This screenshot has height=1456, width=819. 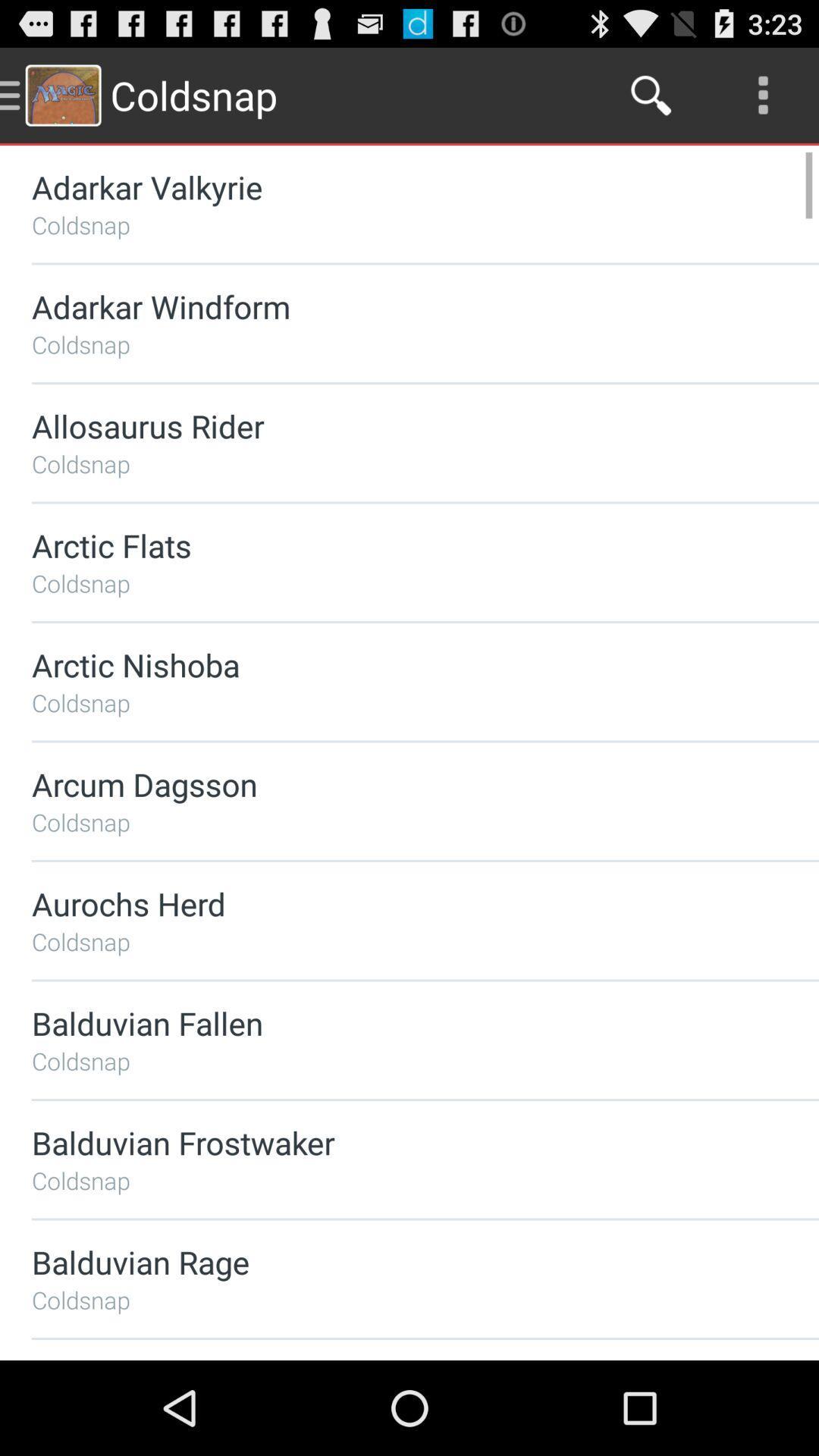 What do you see at coordinates (384, 664) in the screenshot?
I see `icon above coldsnap item` at bounding box center [384, 664].